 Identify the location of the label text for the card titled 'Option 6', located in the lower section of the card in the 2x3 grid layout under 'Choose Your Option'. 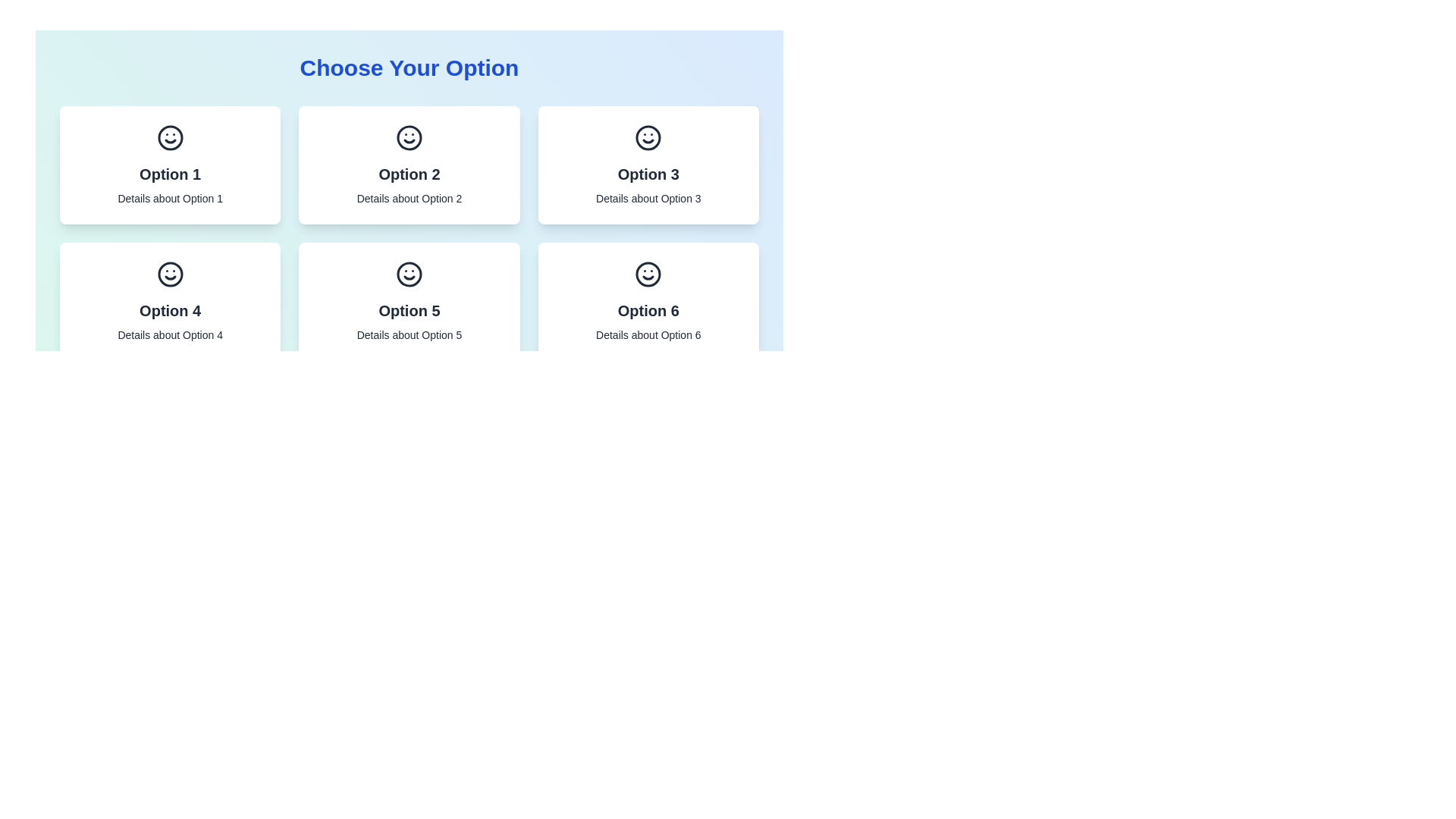
(648, 309).